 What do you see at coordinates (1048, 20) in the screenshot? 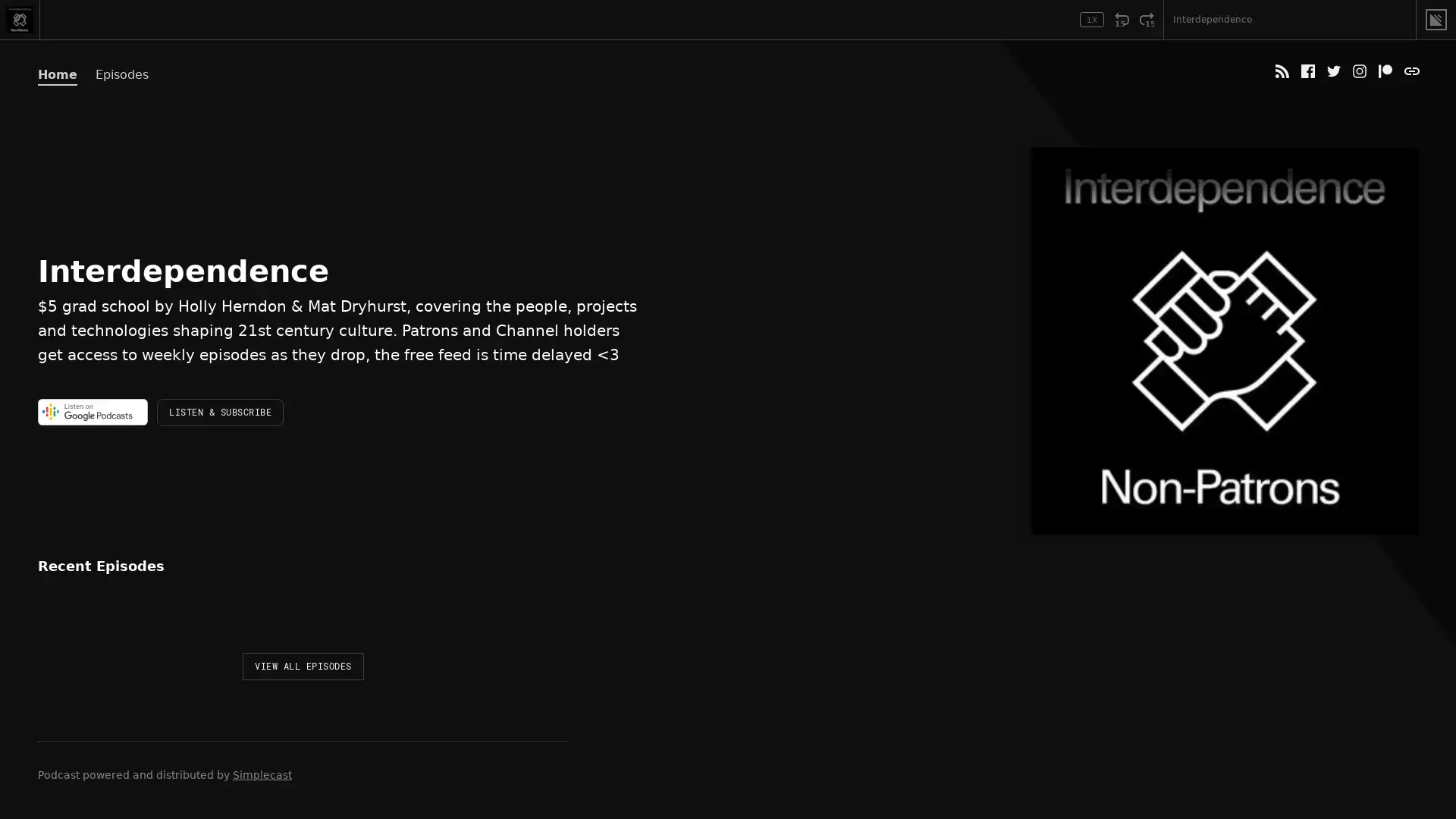
I see `Open Player Settings` at bounding box center [1048, 20].